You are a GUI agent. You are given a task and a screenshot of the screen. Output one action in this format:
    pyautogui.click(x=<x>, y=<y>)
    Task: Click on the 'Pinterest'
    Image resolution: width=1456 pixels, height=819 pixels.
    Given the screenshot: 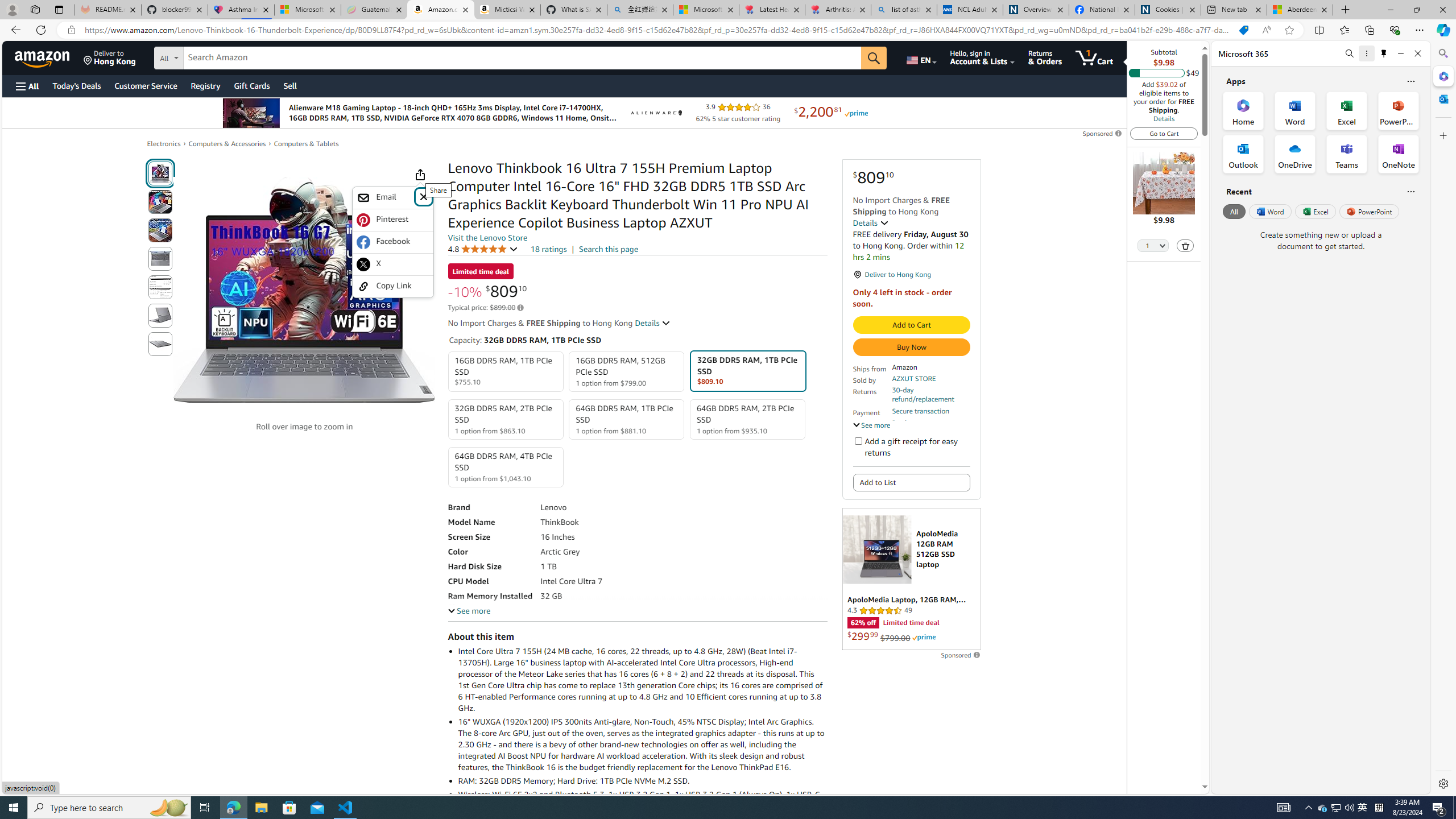 What is the action you would take?
    pyautogui.click(x=392, y=220)
    